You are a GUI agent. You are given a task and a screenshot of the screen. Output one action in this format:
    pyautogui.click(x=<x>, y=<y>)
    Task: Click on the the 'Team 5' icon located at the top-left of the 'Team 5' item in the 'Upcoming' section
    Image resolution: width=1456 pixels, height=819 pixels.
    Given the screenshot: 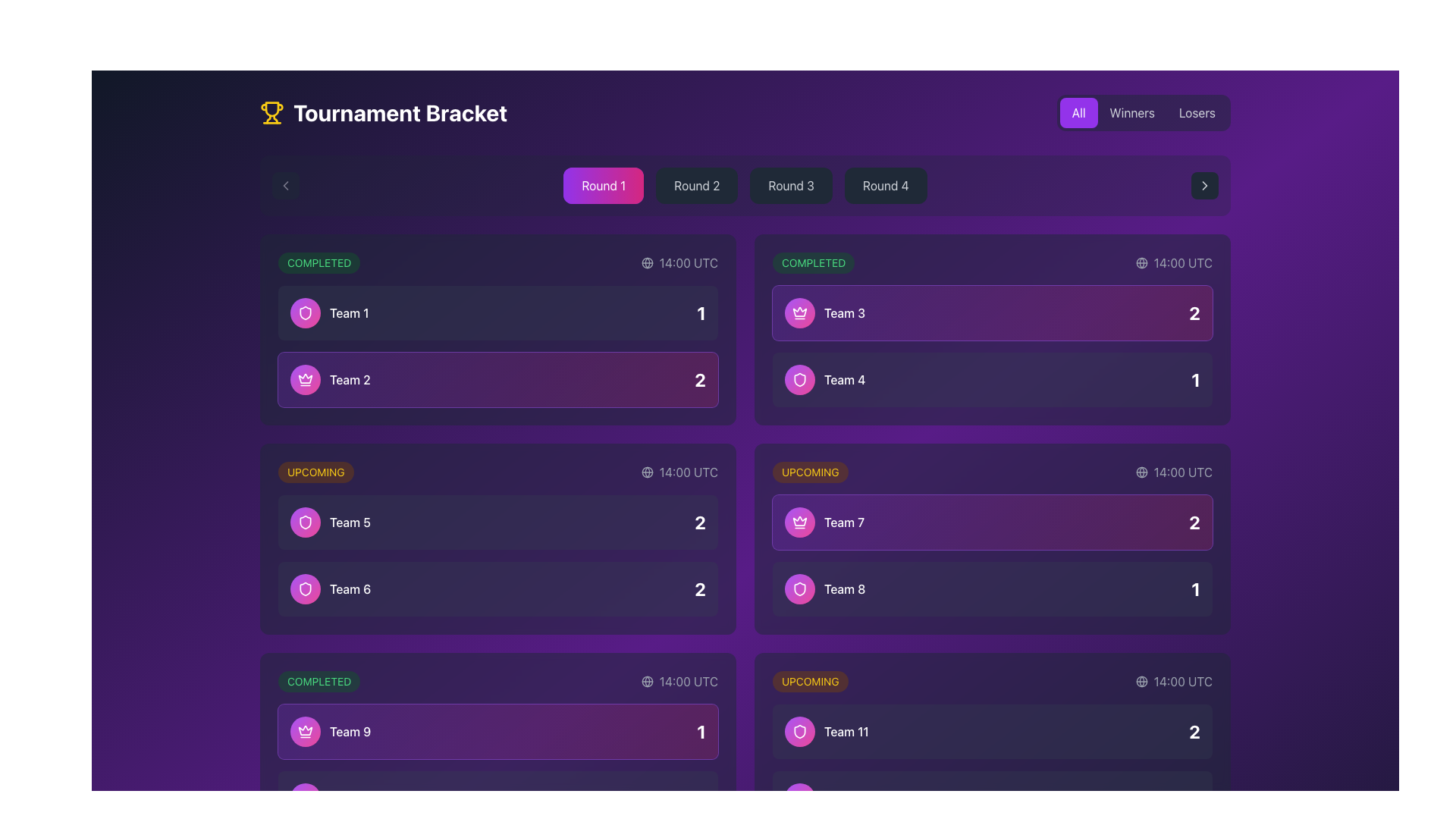 What is the action you would take?
    pyautogui.click(x=305, y=312)
    